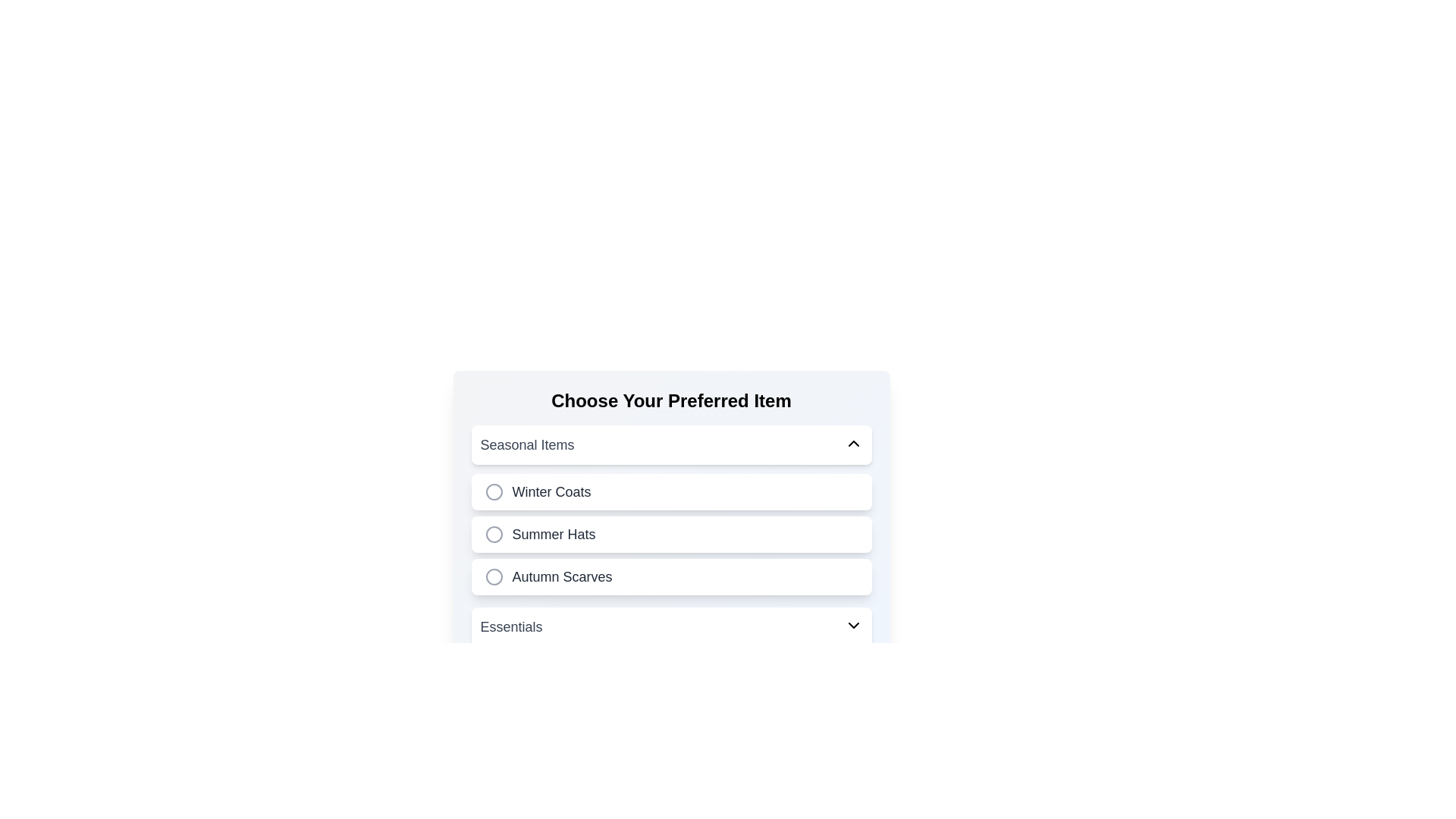 The width and height of the screenshot is (1456, 819). Describe the element at coordinates (670, 576) in the screenshot. I see `the radio button labeled 'Autumn Scarves'` at that location.